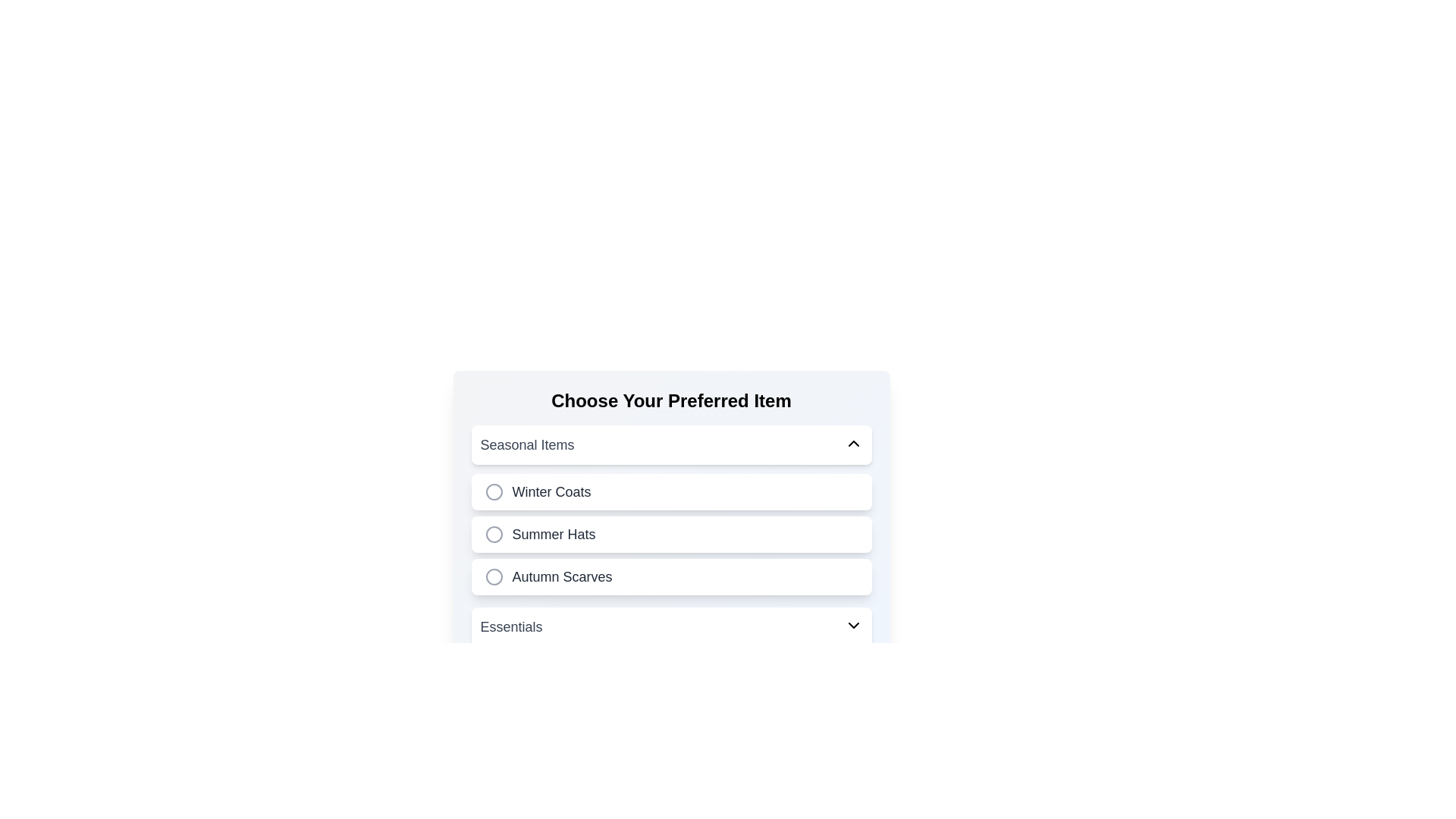 The width and height of the screenshot is (1456, 819). Describe the element at coordinates (670, 576) in the screenshot. I see `the radio button labeled 'Autumn Scarves'` at that location.